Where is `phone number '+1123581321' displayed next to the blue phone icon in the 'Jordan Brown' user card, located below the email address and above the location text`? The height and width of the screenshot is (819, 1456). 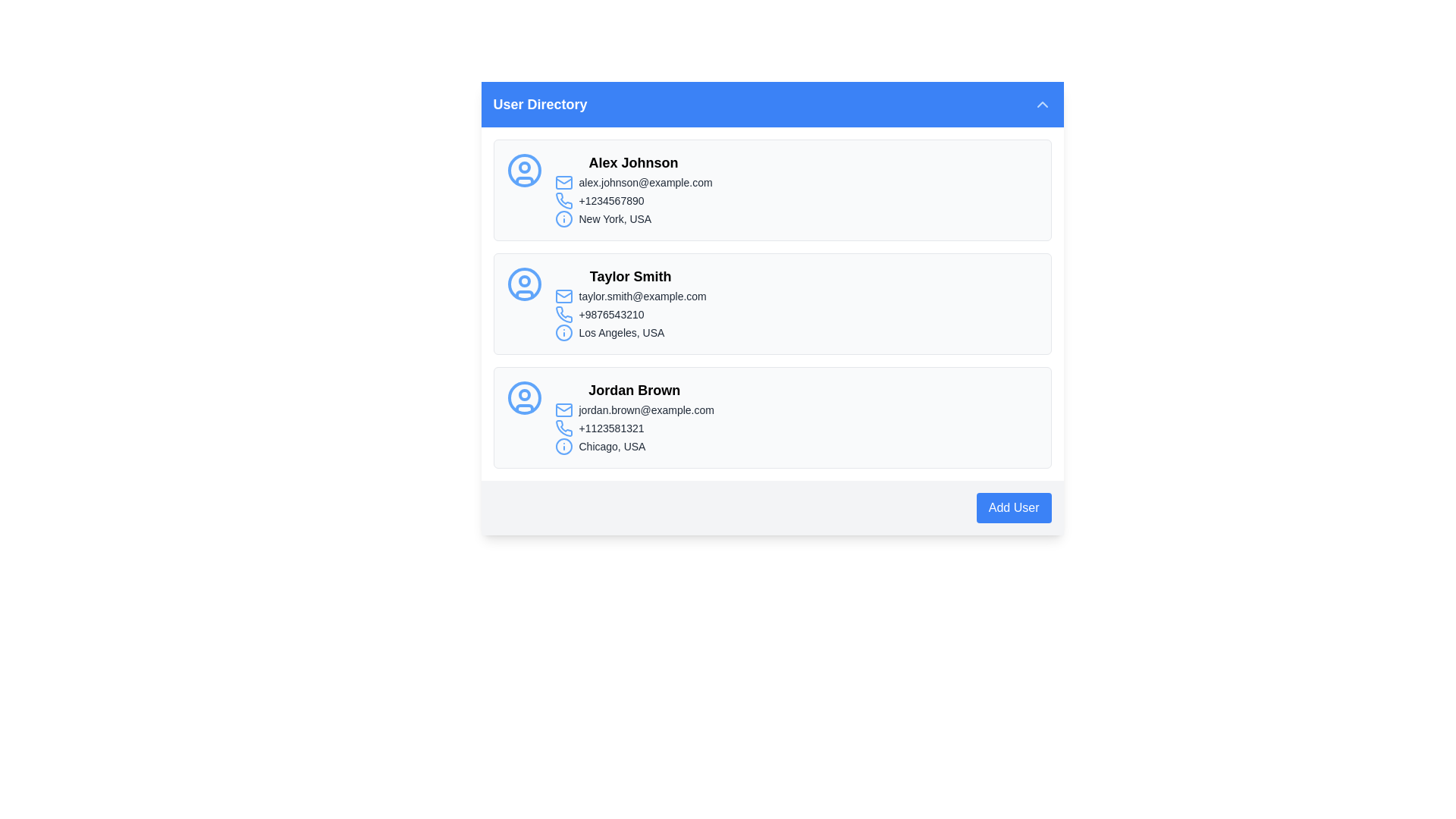
phone number '+1123581321' displayed next to the blue phone icon in the 'Jordan Brown' user card, located below the email address and above the location text is located at coordinates (634, 428).